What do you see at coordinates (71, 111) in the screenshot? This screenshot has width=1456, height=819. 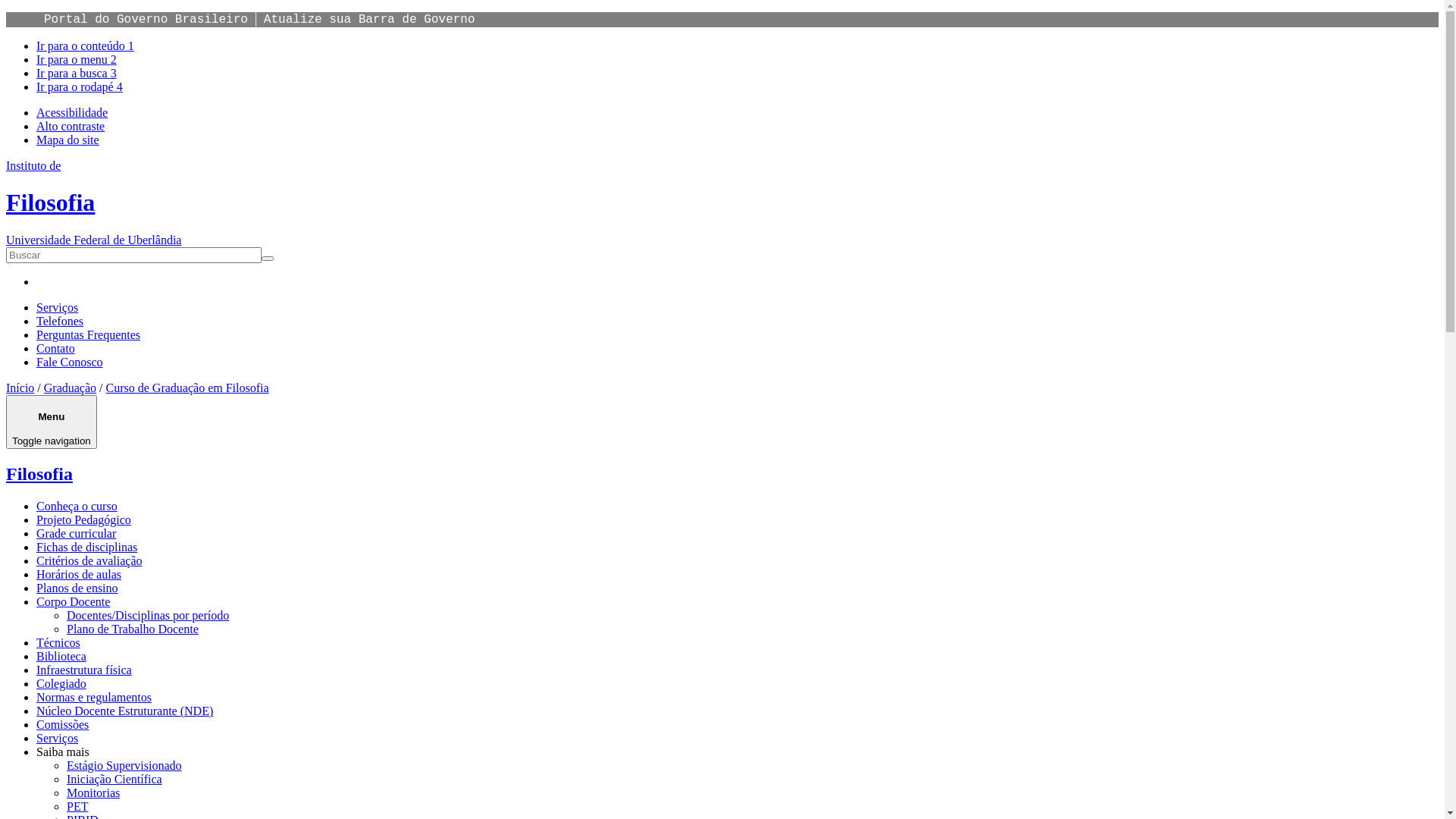 I see `'Acessibilidade'` at bounding box center [71, 111].